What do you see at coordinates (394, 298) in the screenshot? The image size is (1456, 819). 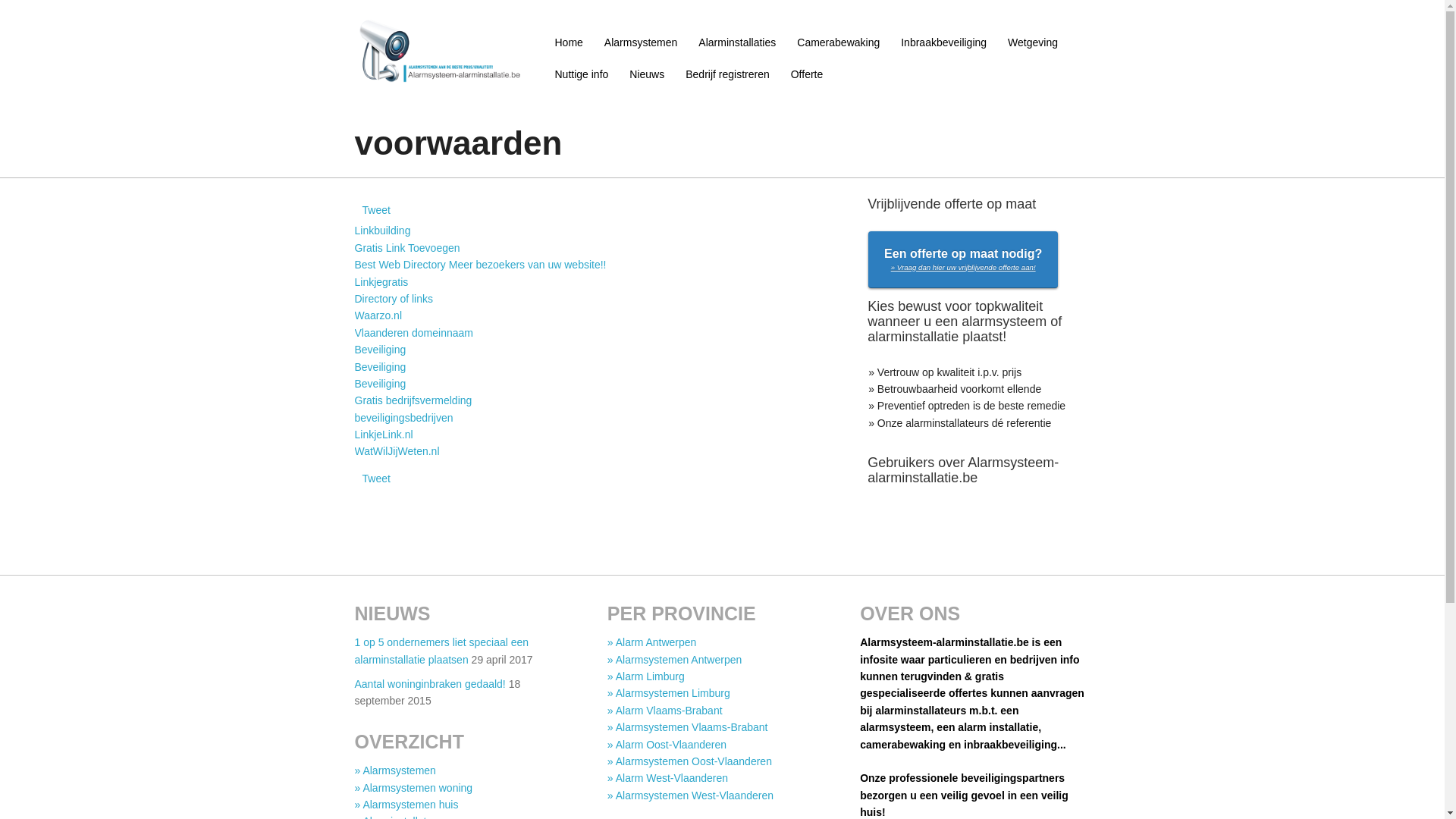 I see `'Directory of links'` at bounding box center [394, 298].